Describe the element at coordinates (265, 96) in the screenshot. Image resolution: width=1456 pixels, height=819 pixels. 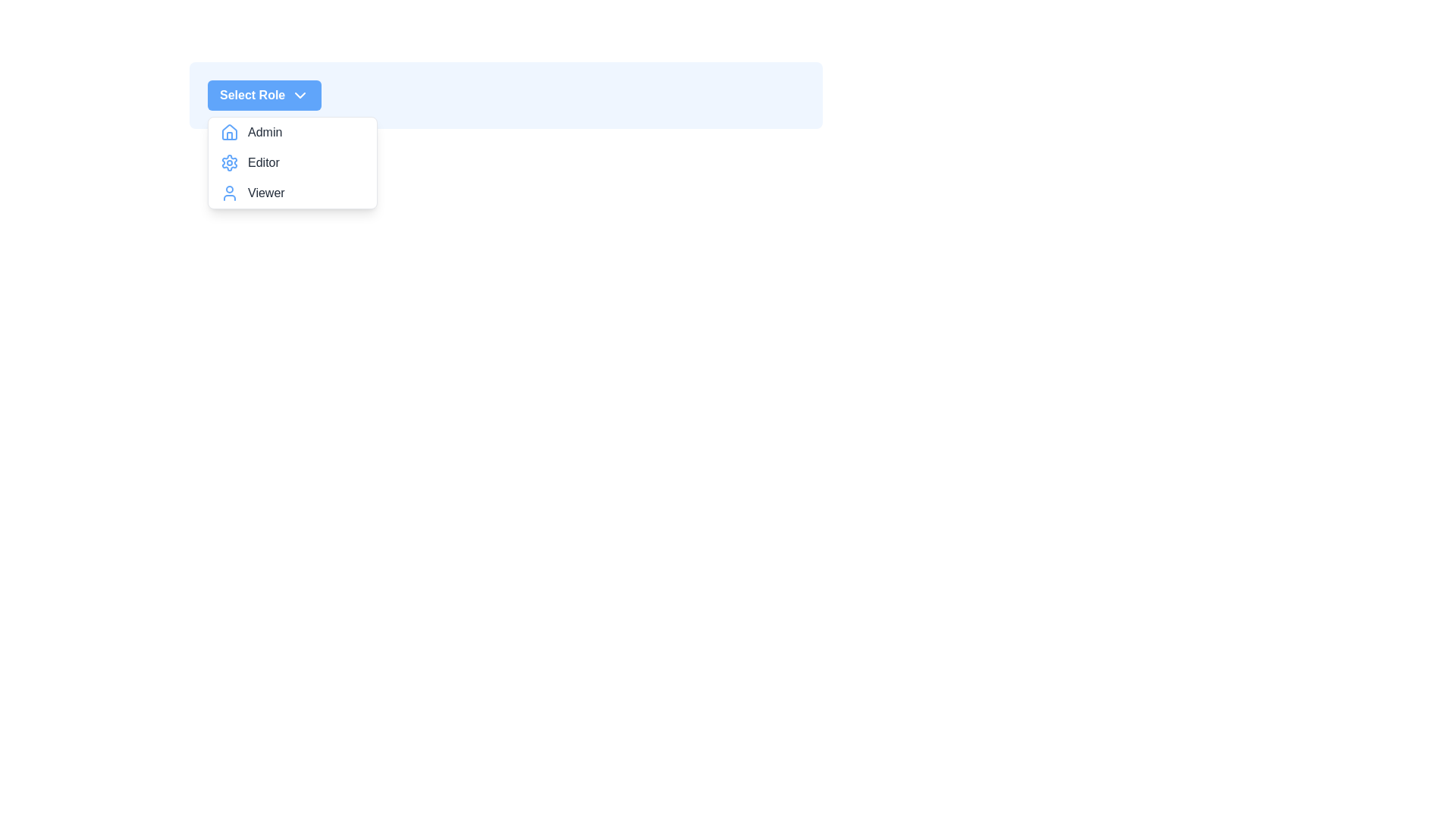
I see `the main button labeled 'Select Role' to toggle the dropdown menu` at that location.